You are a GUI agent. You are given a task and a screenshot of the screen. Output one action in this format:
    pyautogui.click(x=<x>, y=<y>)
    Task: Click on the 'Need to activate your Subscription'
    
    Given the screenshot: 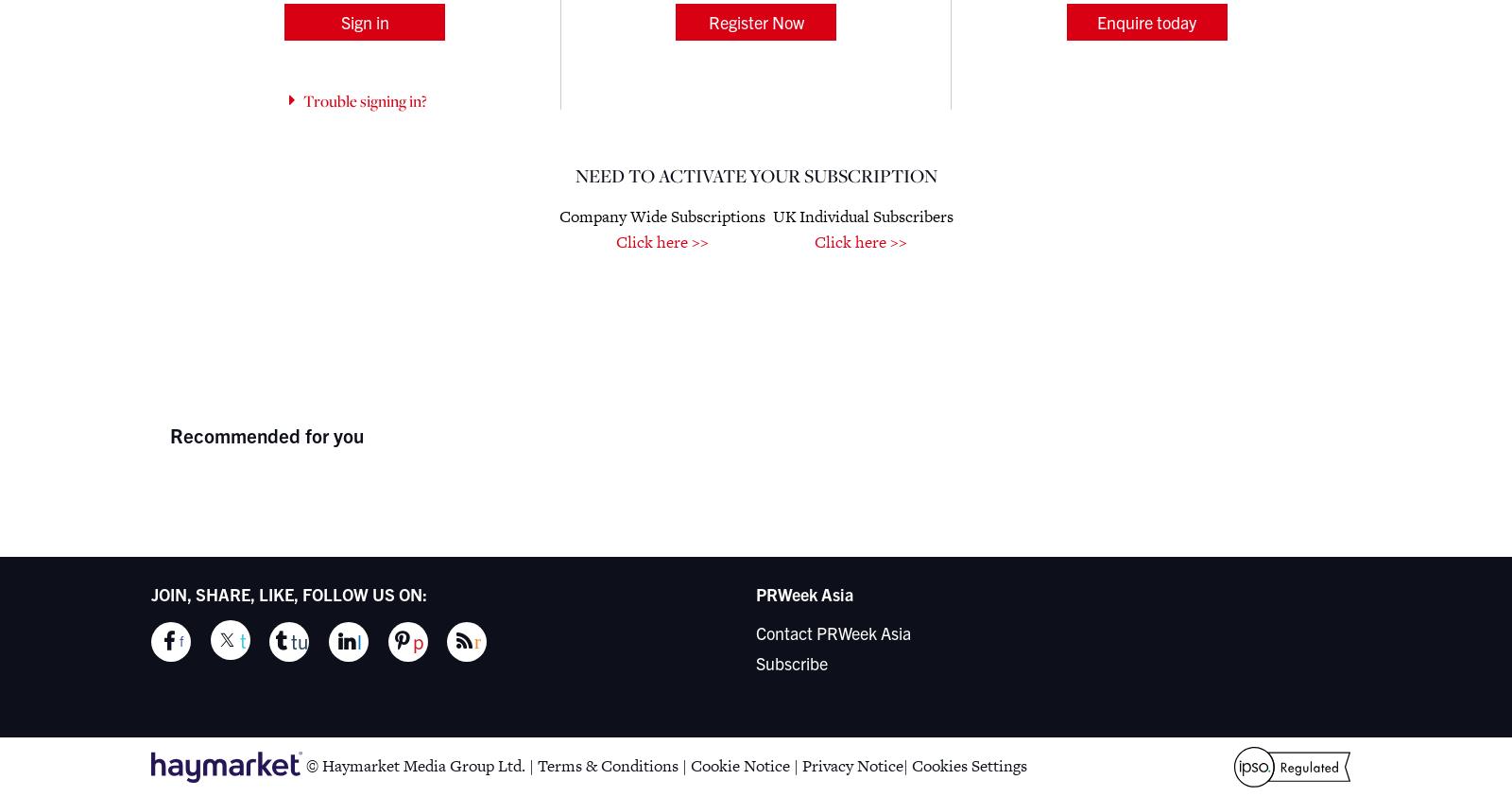 What is the action you would take?
    pyautogui.click(x=755, y=175)
    